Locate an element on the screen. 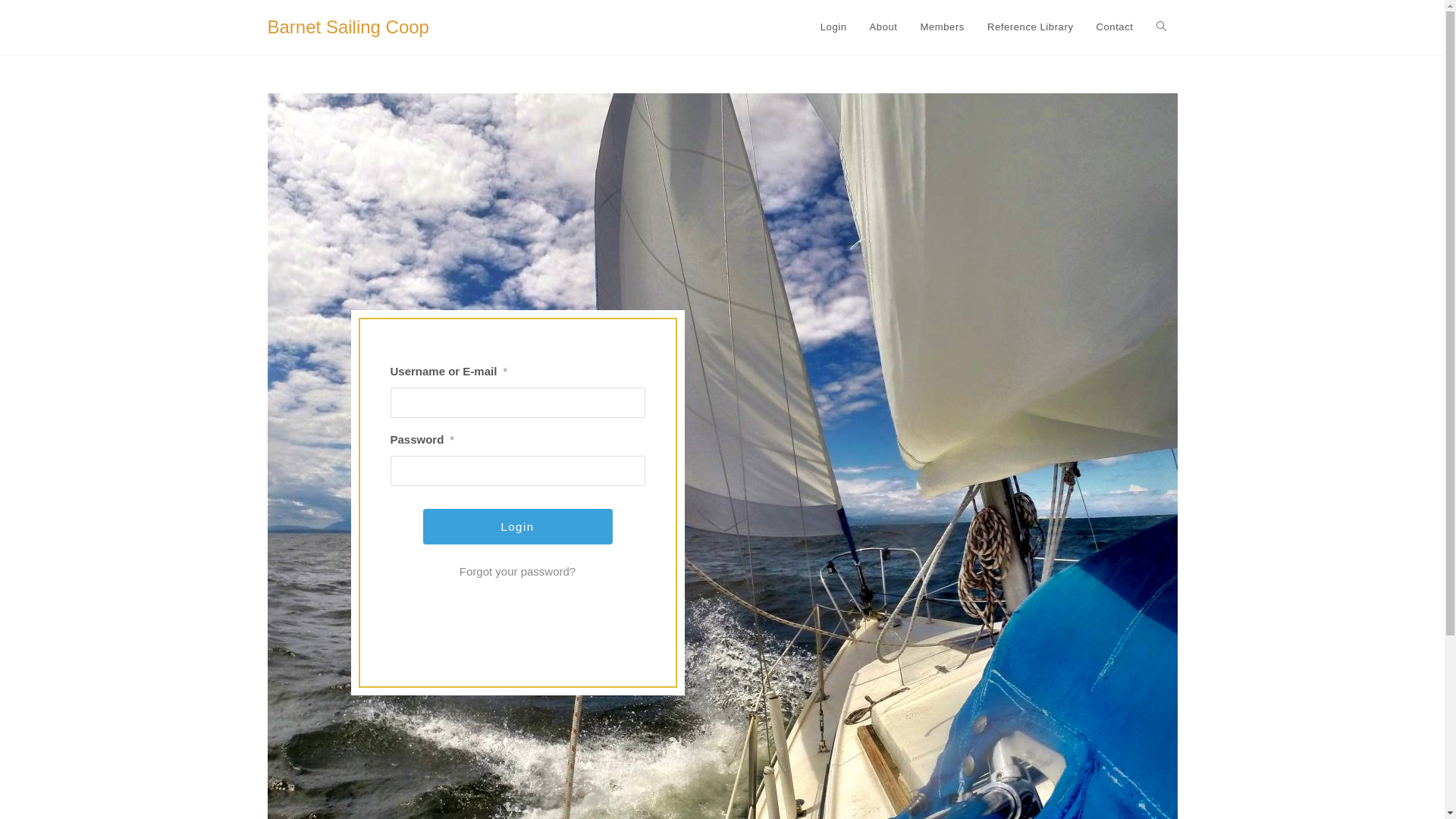 The height and width of the screenshot is (819, 1456). 'Reference Library' is located at coordinates (1030, 27).